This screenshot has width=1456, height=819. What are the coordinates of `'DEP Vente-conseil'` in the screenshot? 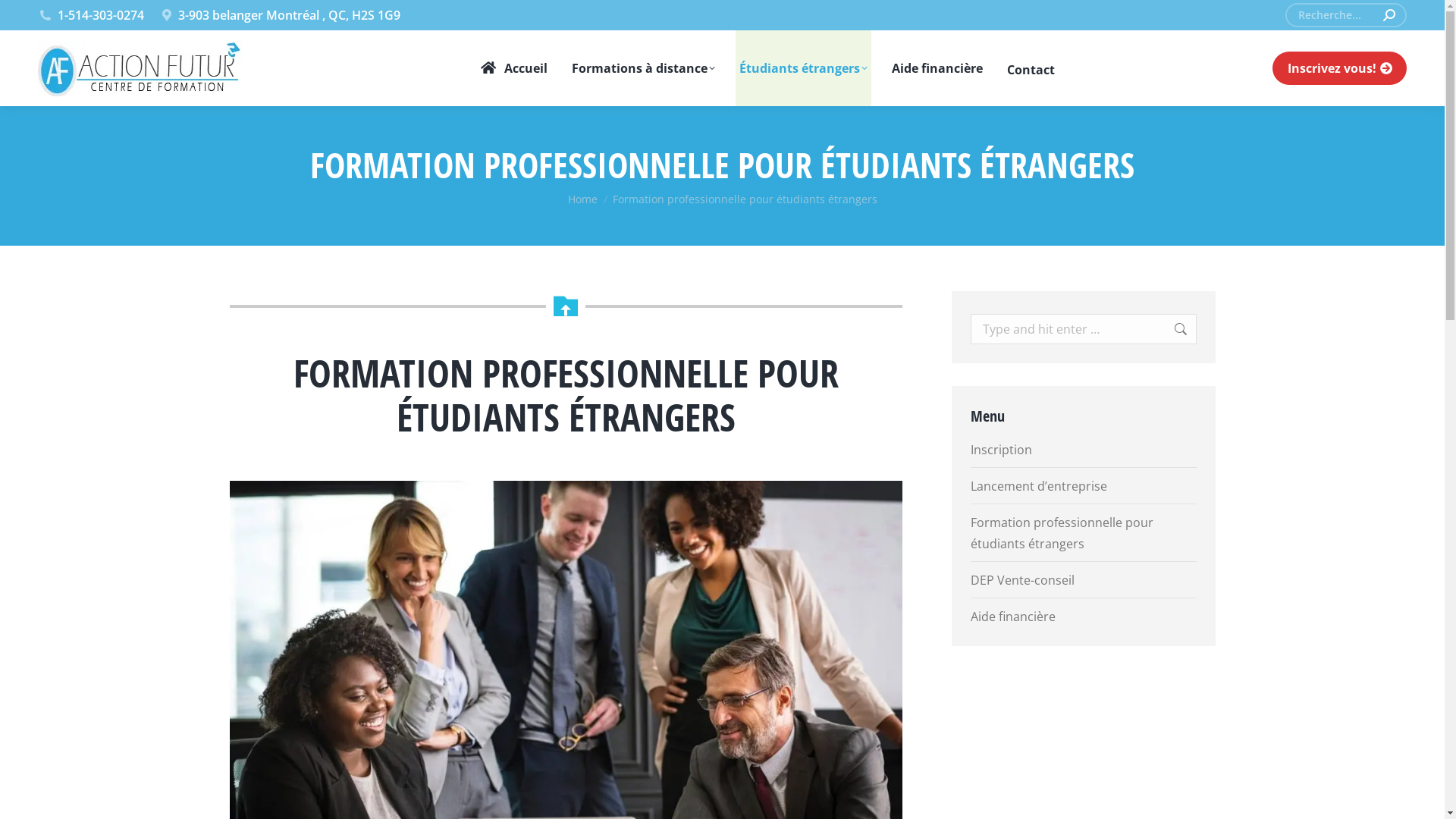 It's located at (1022, 579).